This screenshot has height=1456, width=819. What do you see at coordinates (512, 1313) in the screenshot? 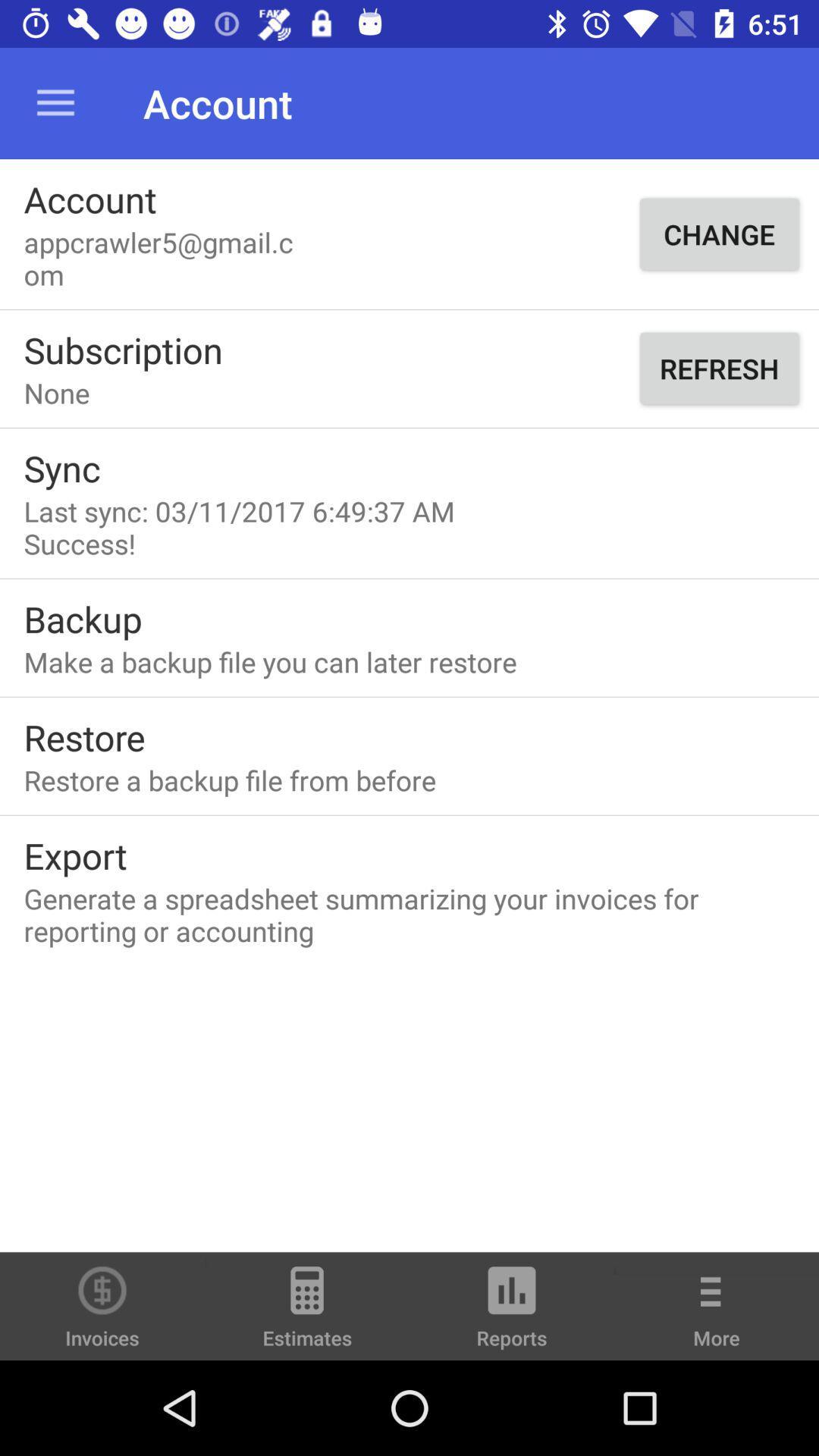
I see `the button reports on the bottom of the page` at bounding box center [512, 1313].